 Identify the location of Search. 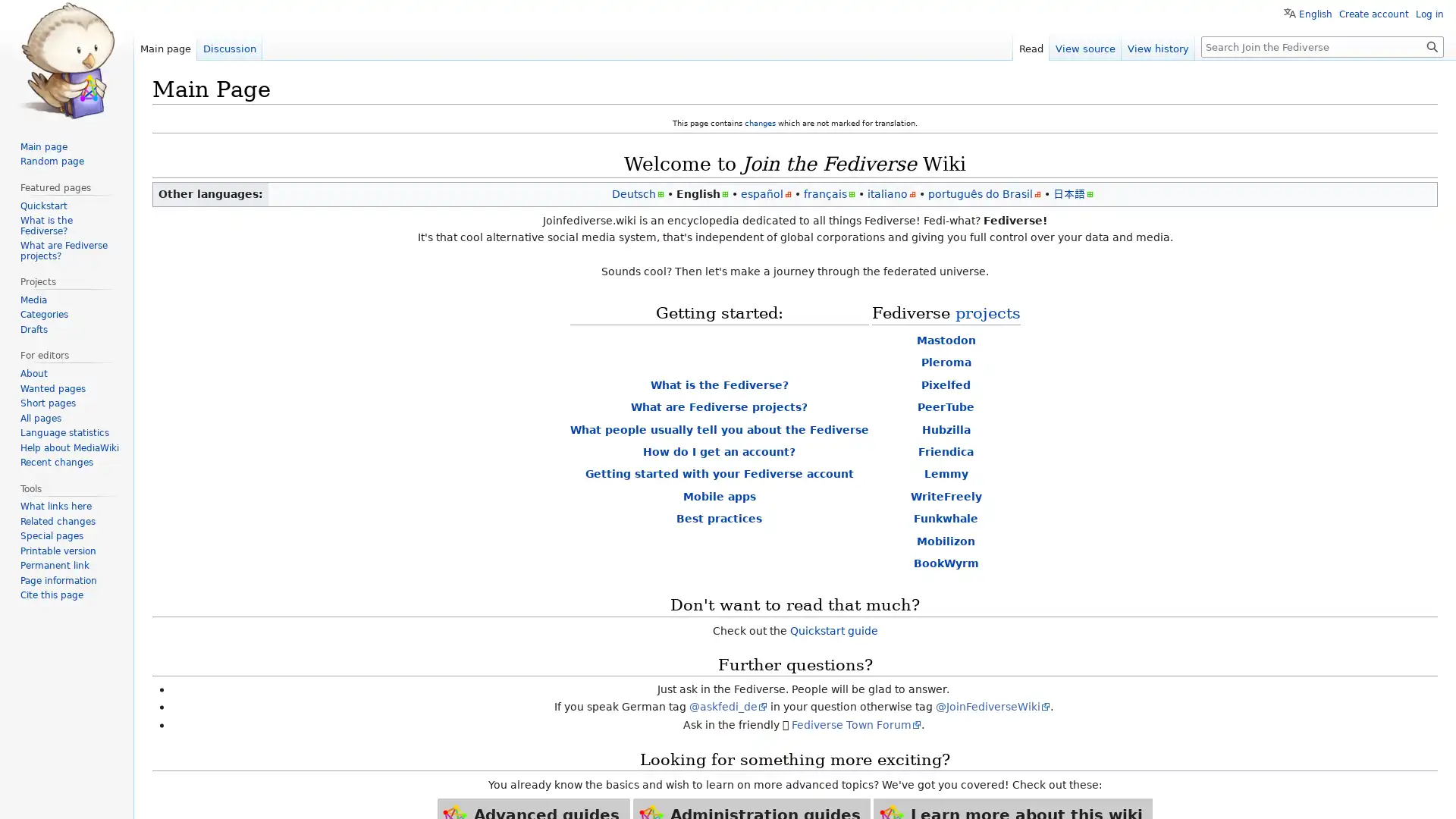
(1432, 45).